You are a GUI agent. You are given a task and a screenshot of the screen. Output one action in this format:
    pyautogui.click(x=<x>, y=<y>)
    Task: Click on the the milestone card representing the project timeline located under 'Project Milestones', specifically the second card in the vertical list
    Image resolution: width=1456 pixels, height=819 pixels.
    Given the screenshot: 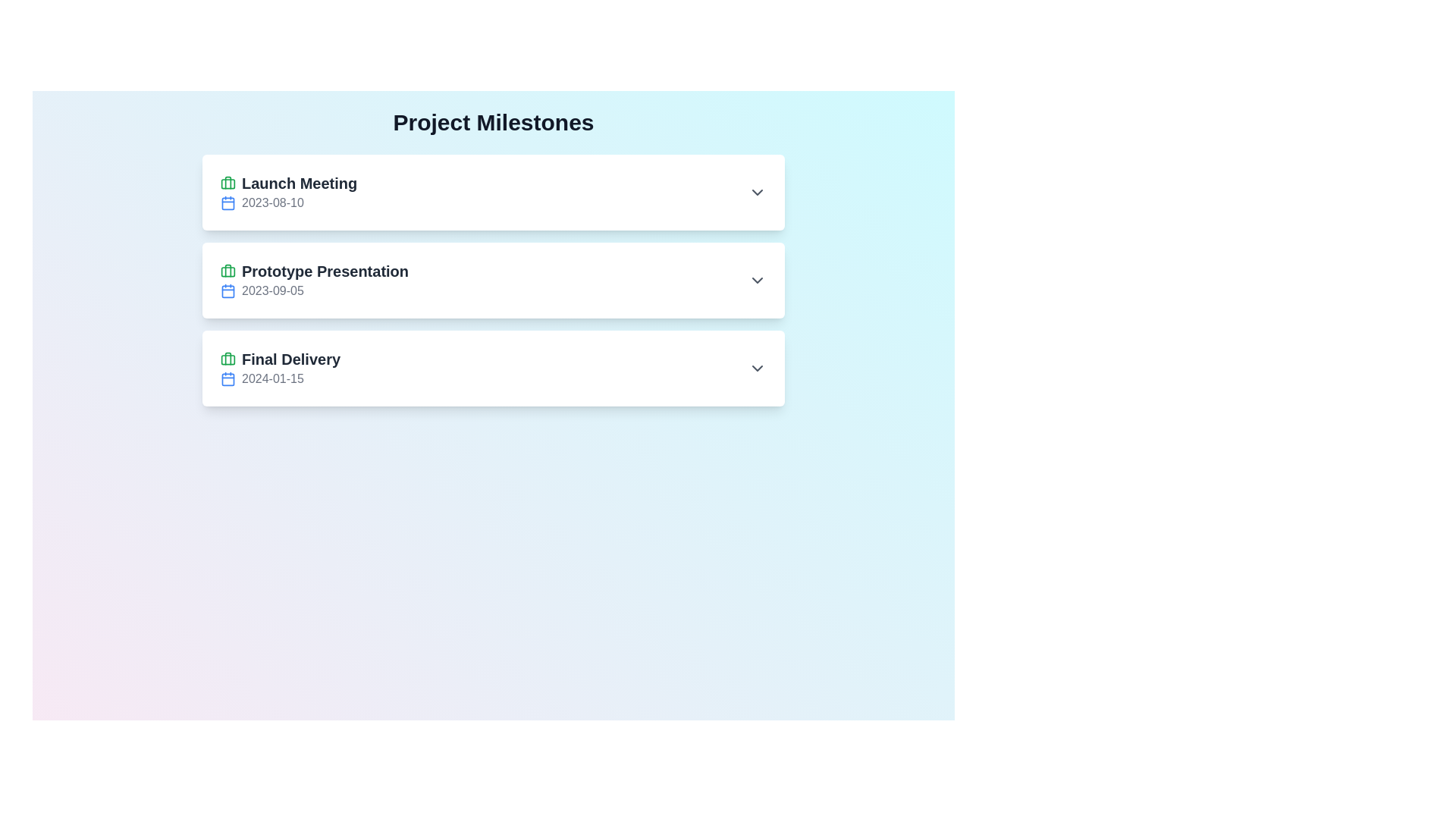 What is the action you would take?
    pyautogui.click(x=494, y=281)
    